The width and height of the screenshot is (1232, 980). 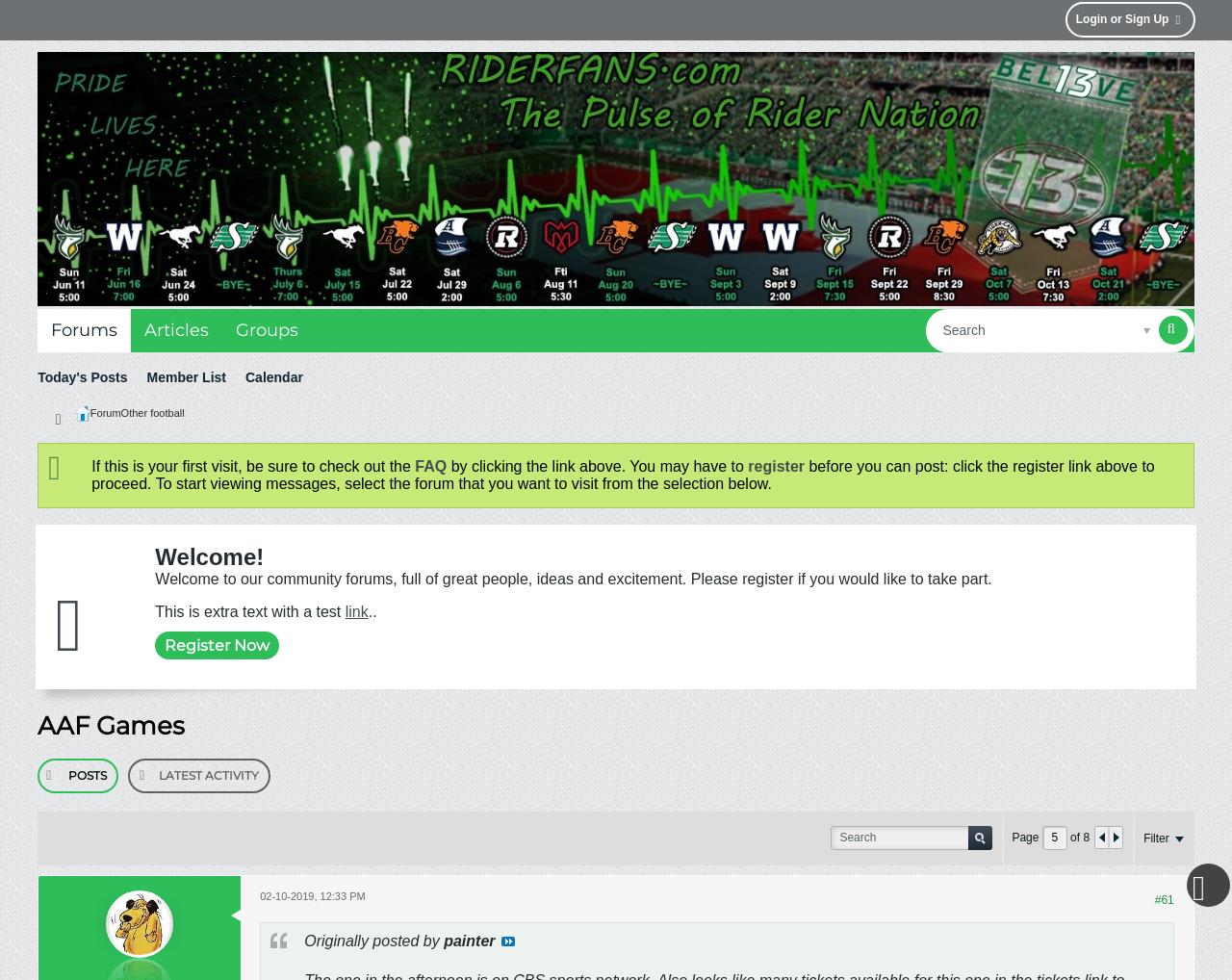 I want to click on 'AAF Games', so click(x=38, y=724).